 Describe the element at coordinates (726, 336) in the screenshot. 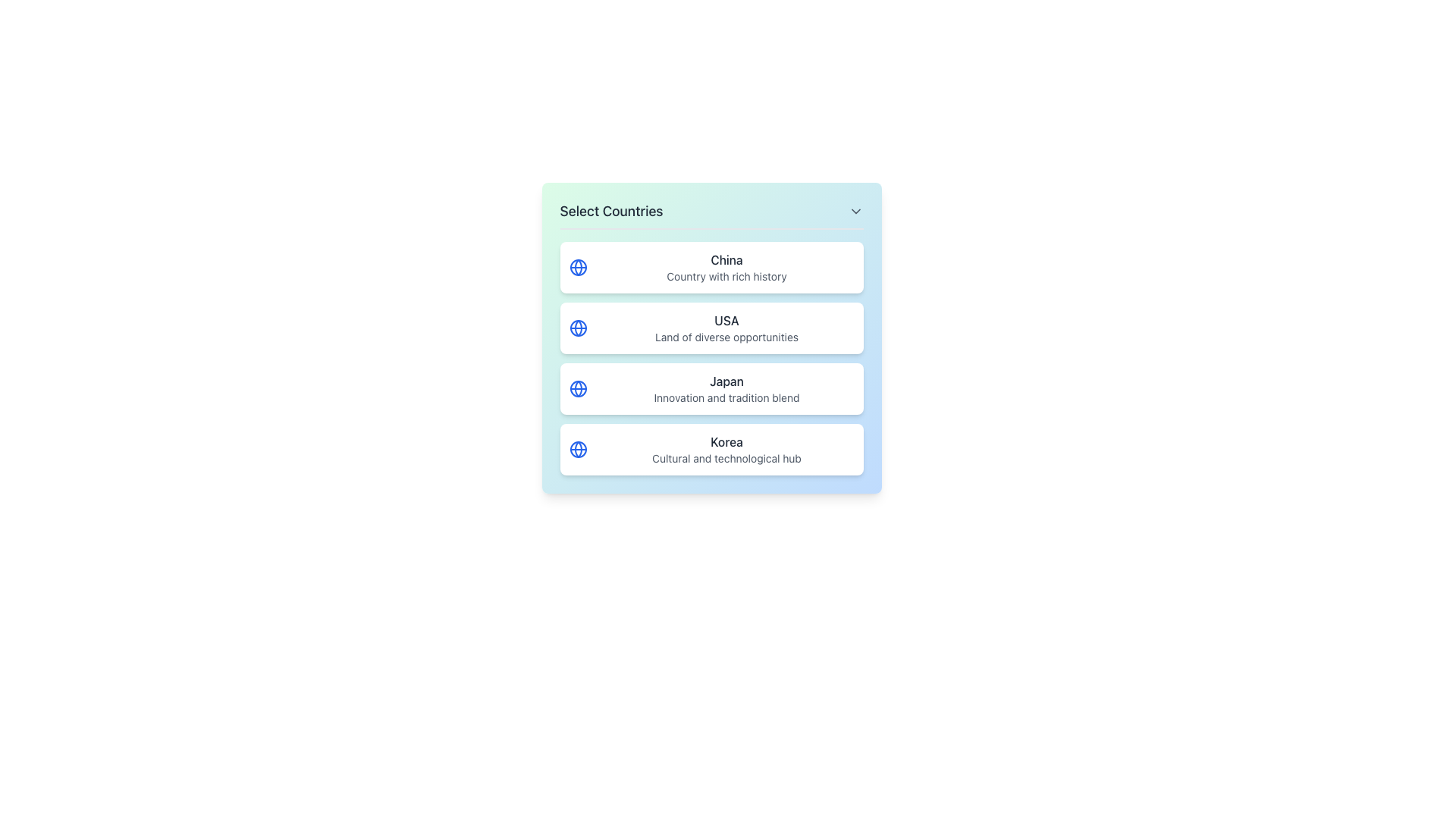

I see `the text label that reads 'Land of diverse opportunities', located below the title 'USA' in the country details section` at that location.